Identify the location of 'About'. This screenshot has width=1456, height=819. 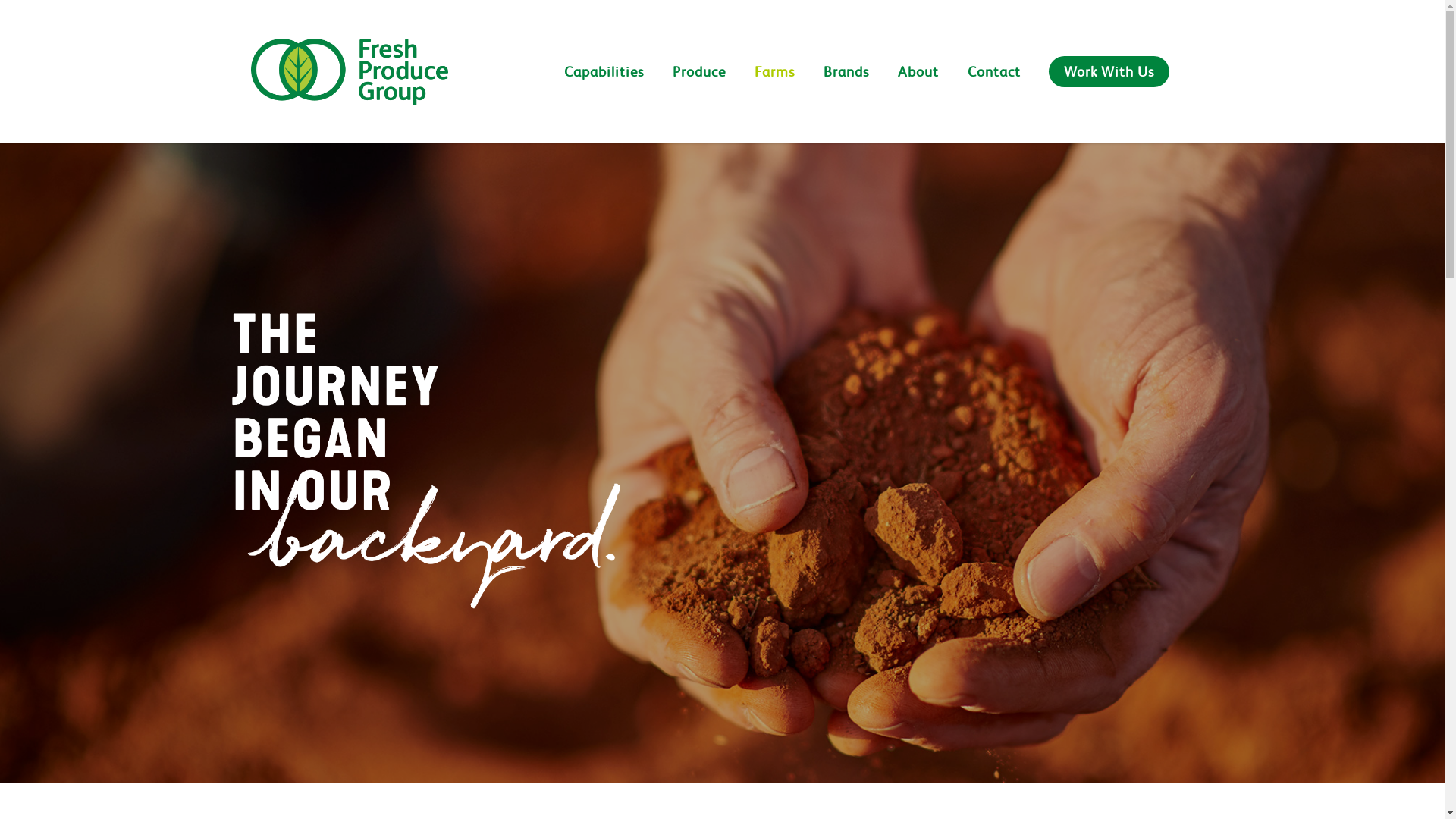
(884, 90).